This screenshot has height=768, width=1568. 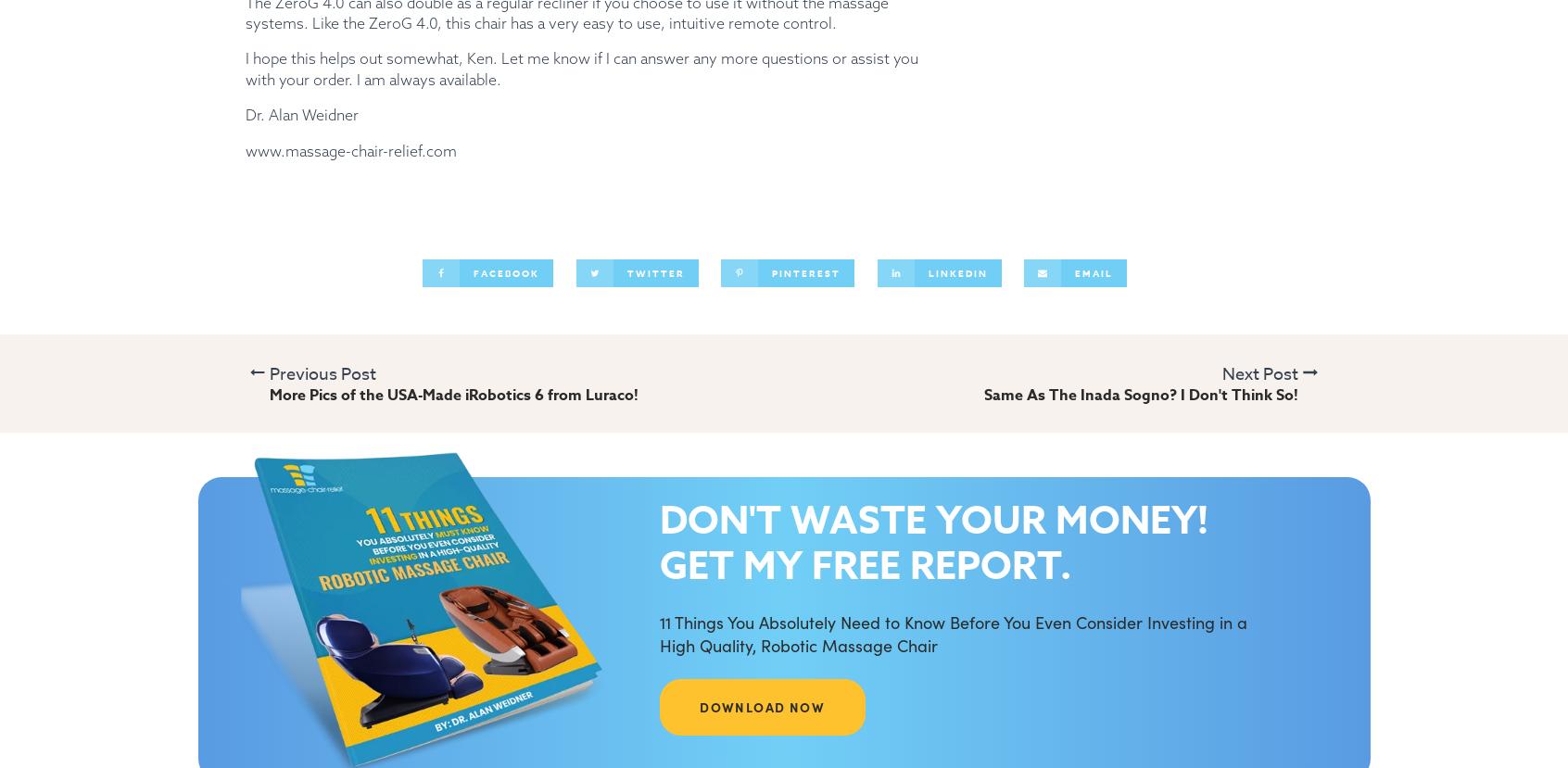 What do you see at coordinates (1221, 373) in the screenshot?
I see `'Next Post'` at bounding box center [1221, 373].